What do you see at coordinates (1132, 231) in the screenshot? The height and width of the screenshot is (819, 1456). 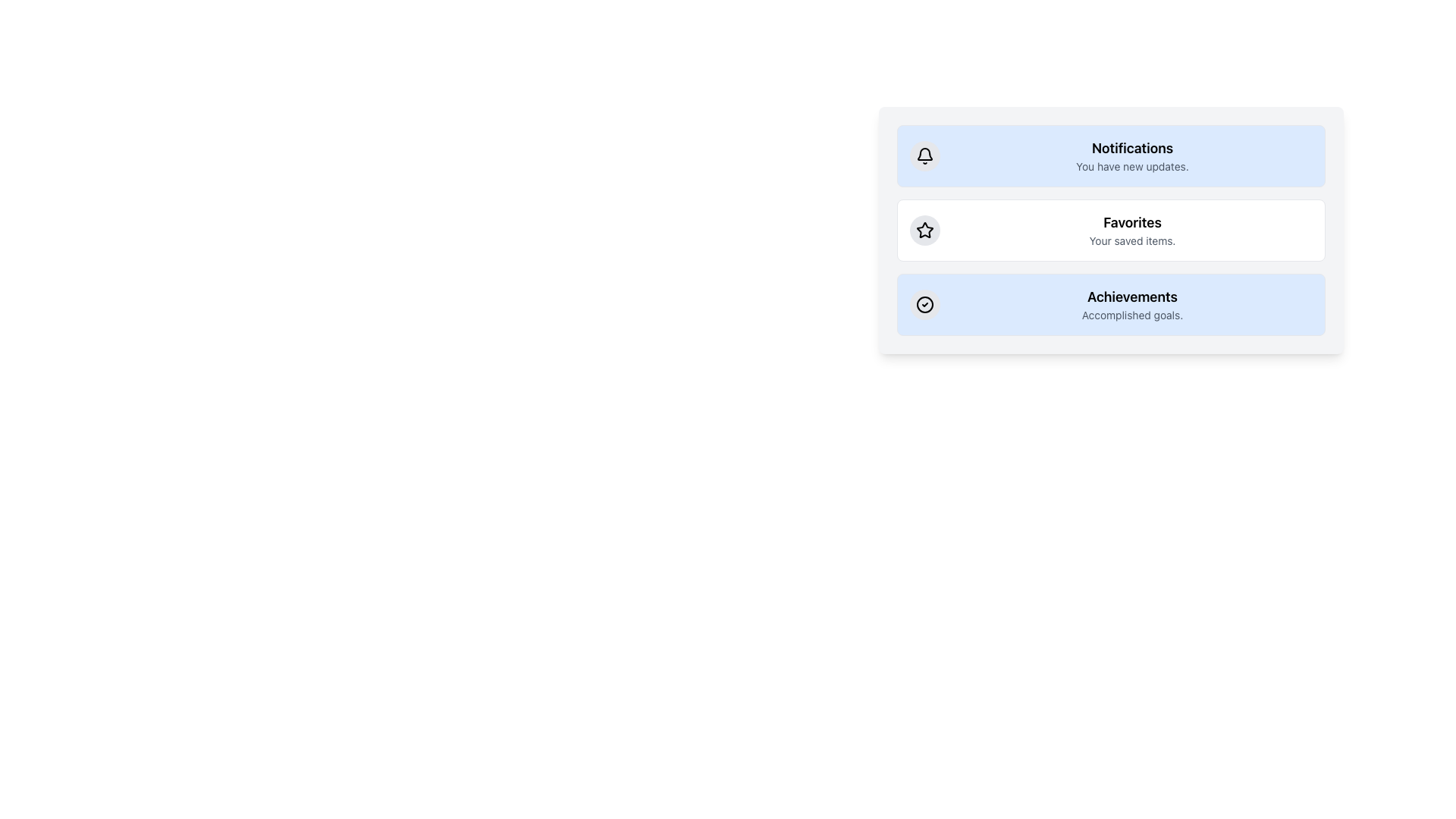 I see `the textual label element that displays 'Favorites' in bold with the subtext 'Your saved items' below it` at bounding box center [1132, 231].